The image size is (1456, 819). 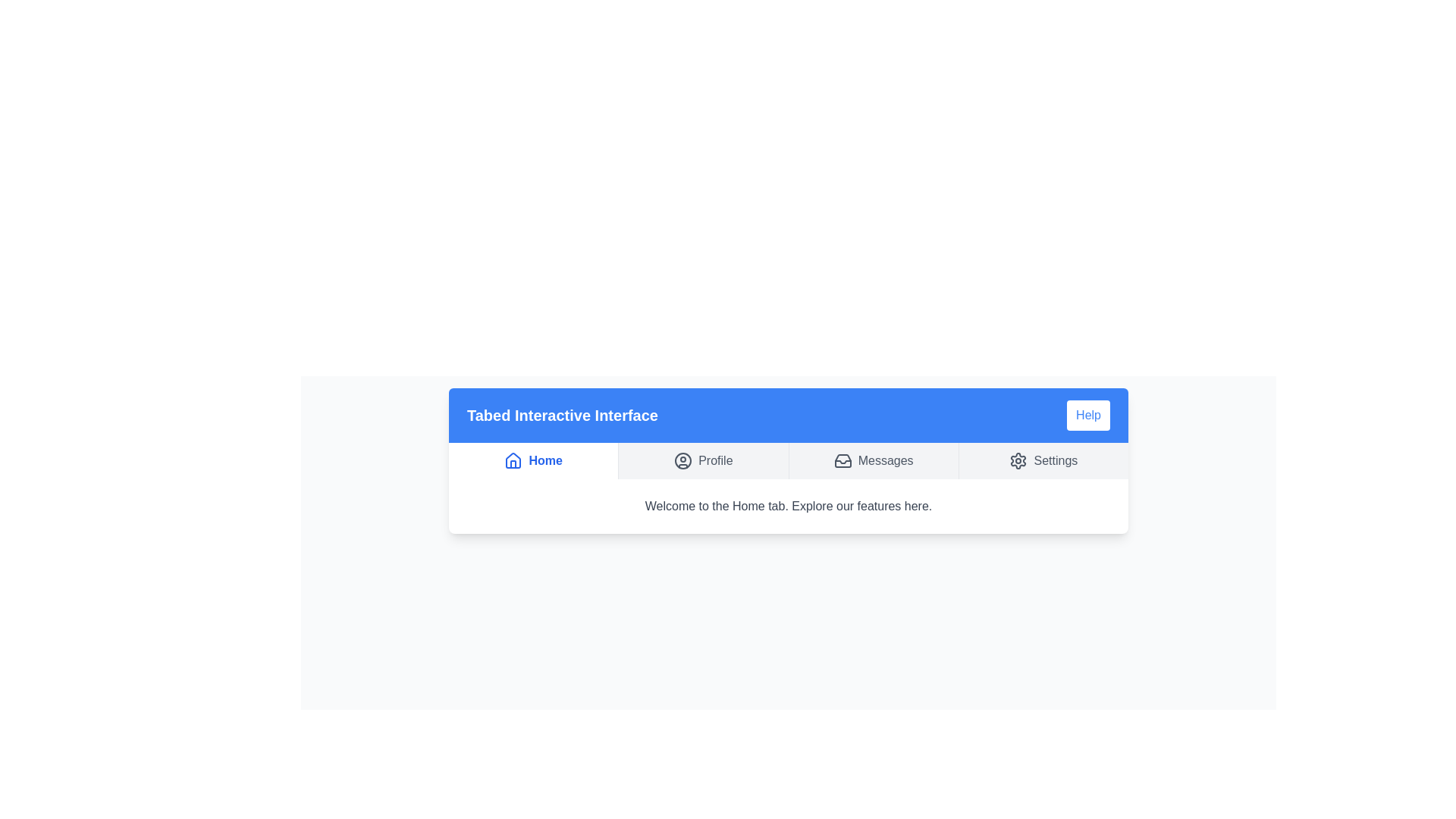 What do you see at coordinates (873, 460) in the screenshot?
I see `the 'Messages' tab button` at bounding box center [873, 460].